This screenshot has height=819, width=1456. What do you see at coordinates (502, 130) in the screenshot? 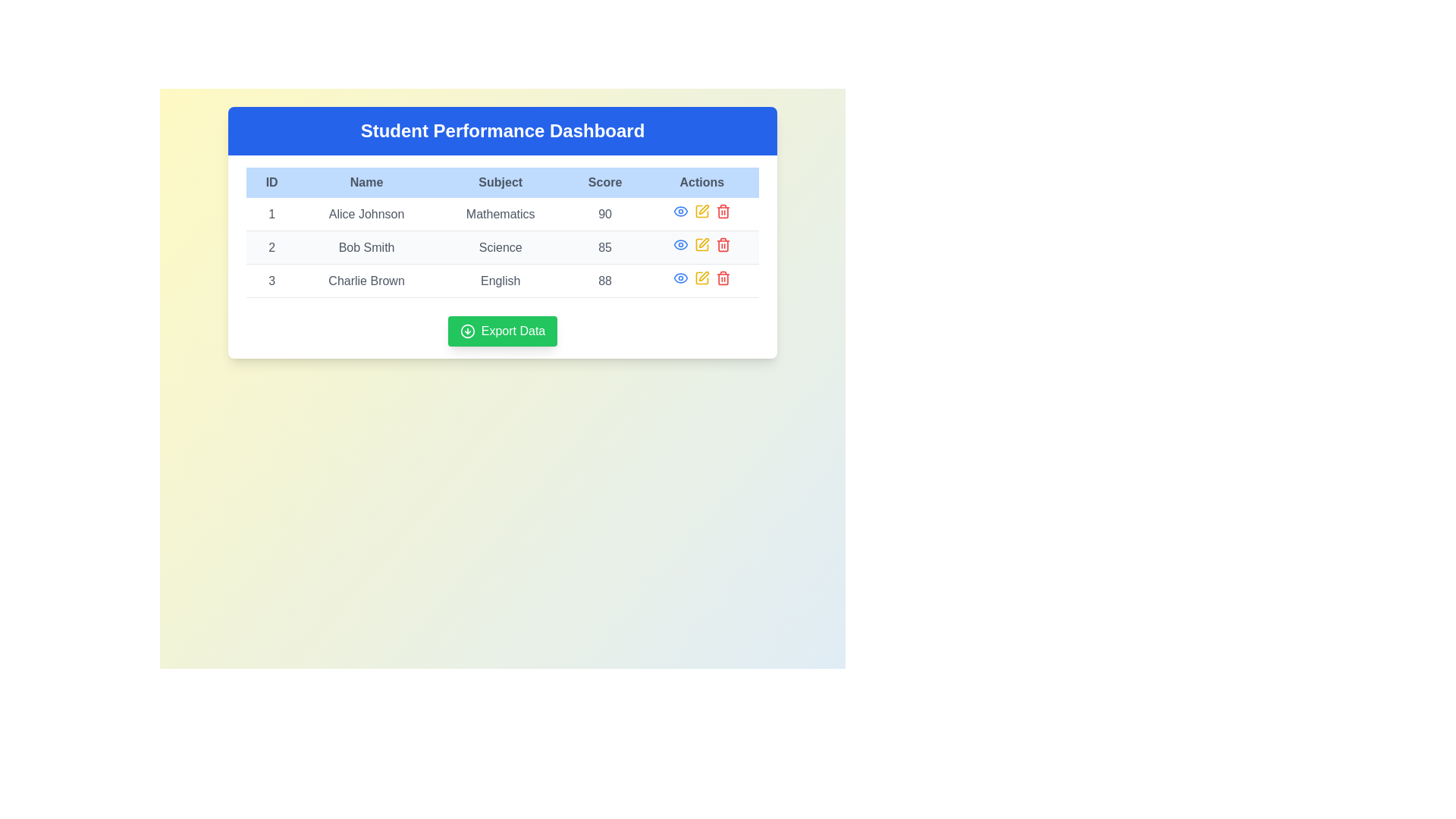
I see `the bold, large-sized text displaying 'Student Performance Dashboard', which is center-aligned and located at the top of the interface in a blue header section` at bounding box center [502, 130].